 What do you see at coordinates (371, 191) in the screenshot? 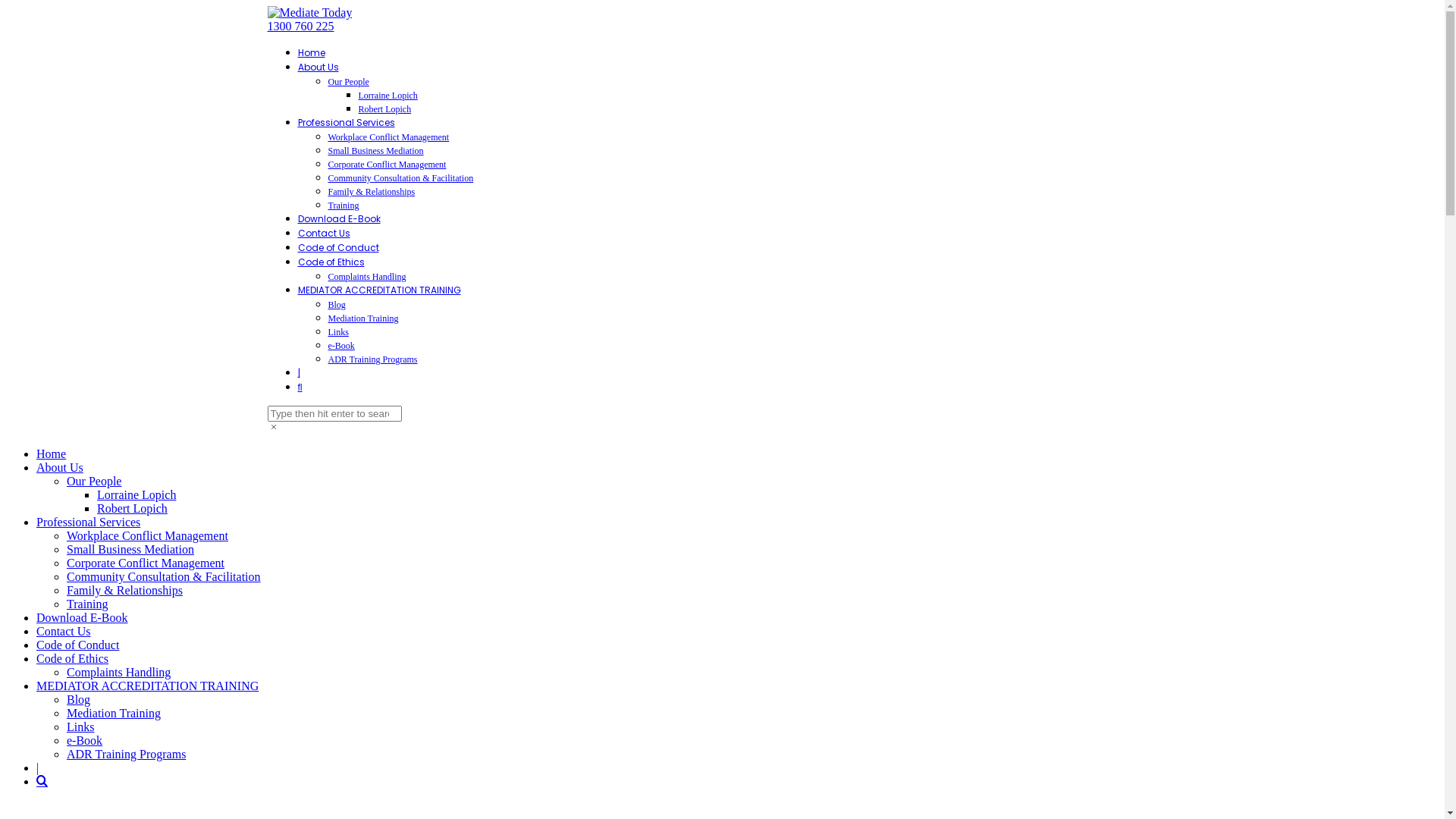
I see `'Family & Relationships'` at bounding box center [371, 191].